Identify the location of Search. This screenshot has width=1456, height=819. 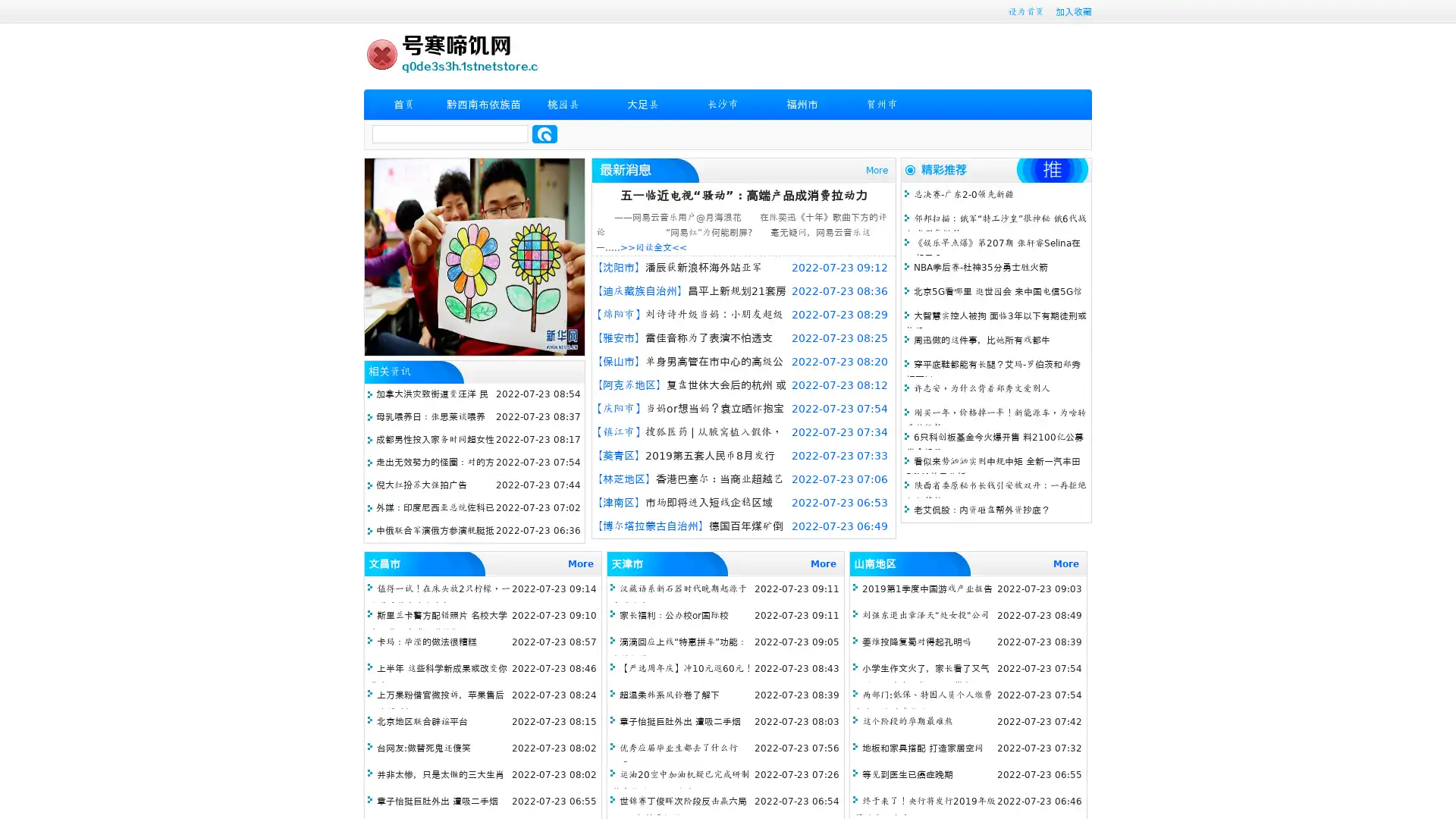
(544, 133).